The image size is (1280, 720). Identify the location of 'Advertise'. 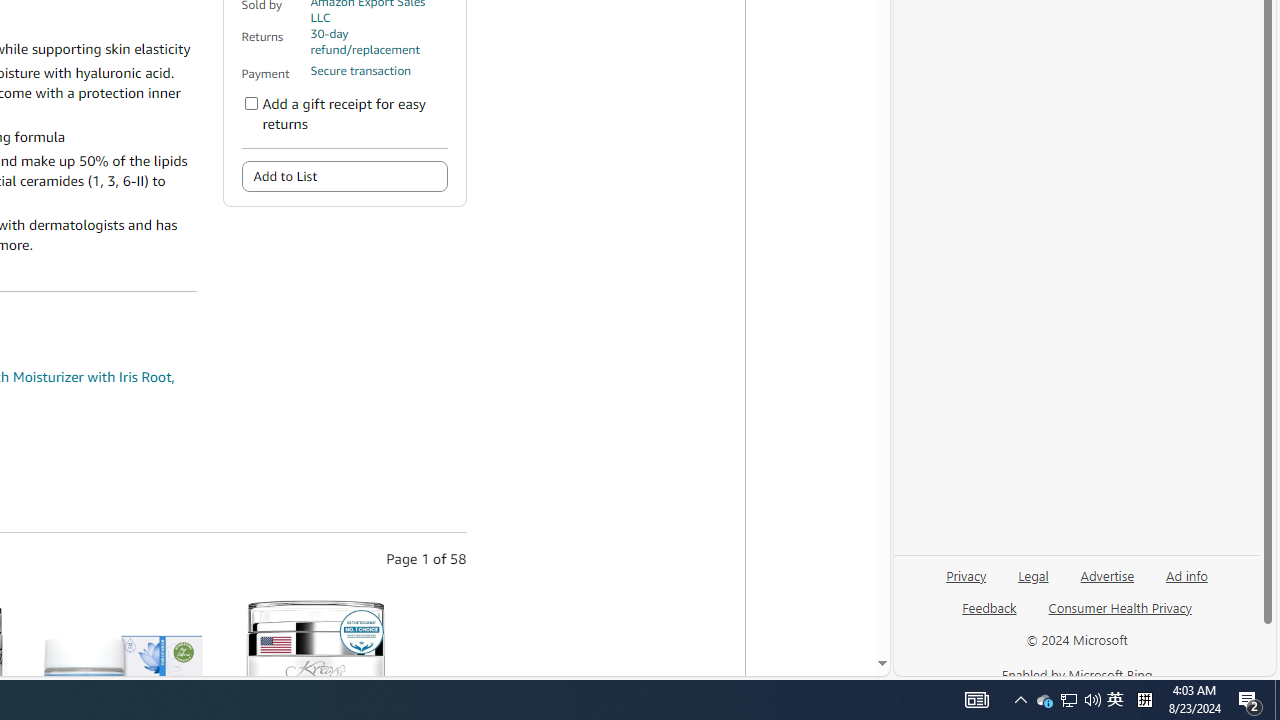
(1106, 583).